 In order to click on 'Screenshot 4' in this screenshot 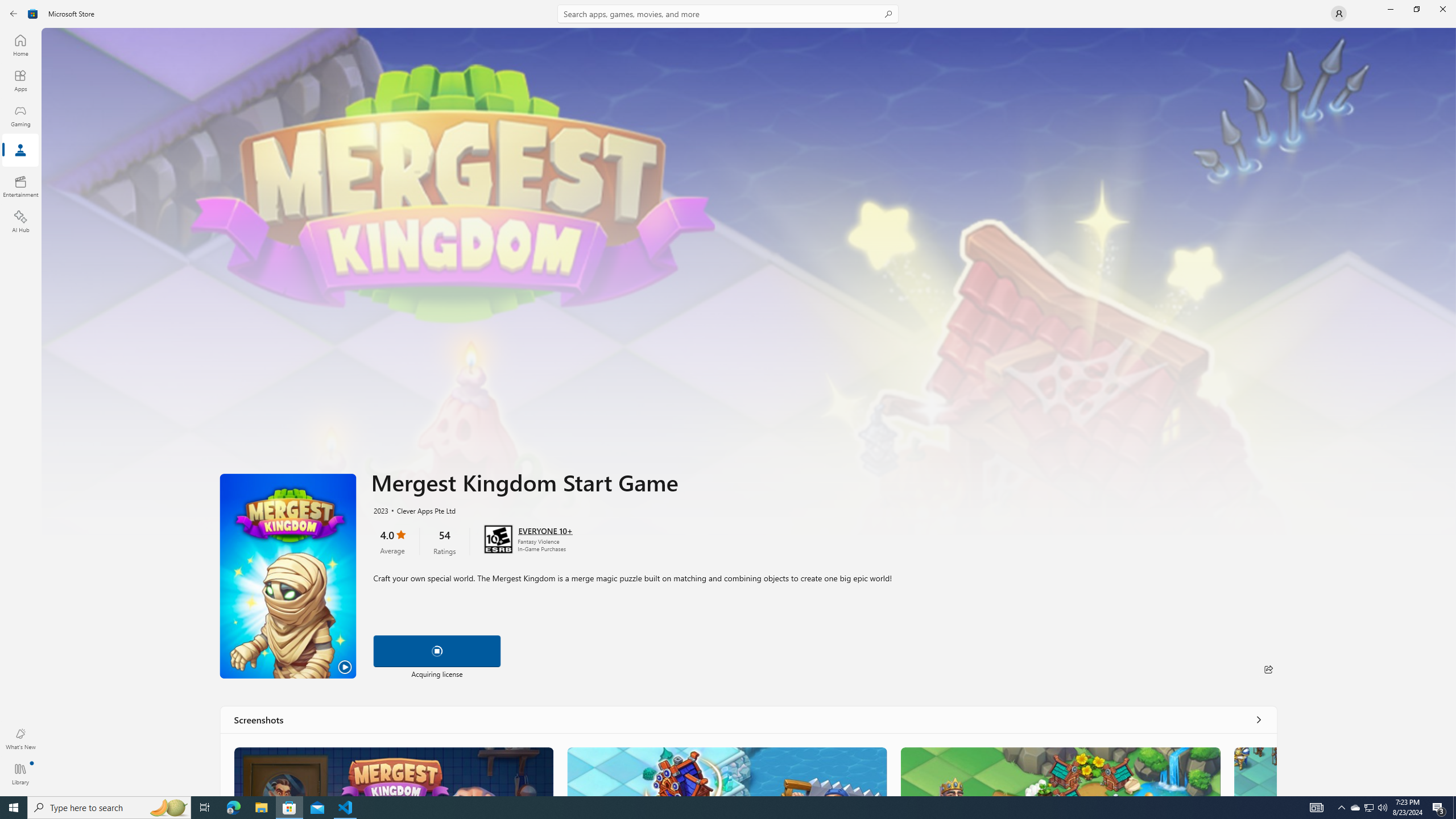, I will do `click(1254, 771)`.